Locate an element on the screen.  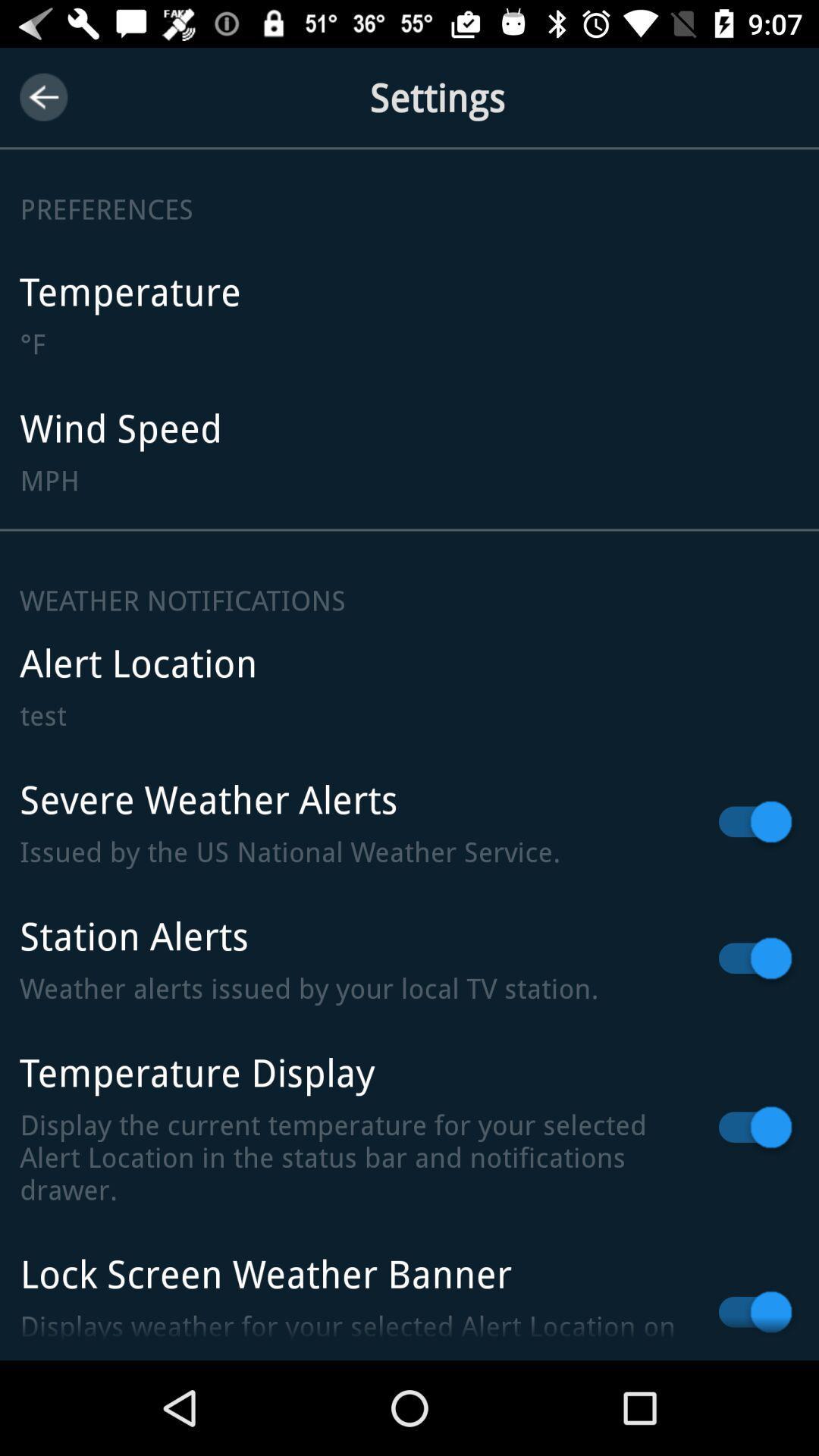
the arrow_backward icon is located at coordinates (42, 96).